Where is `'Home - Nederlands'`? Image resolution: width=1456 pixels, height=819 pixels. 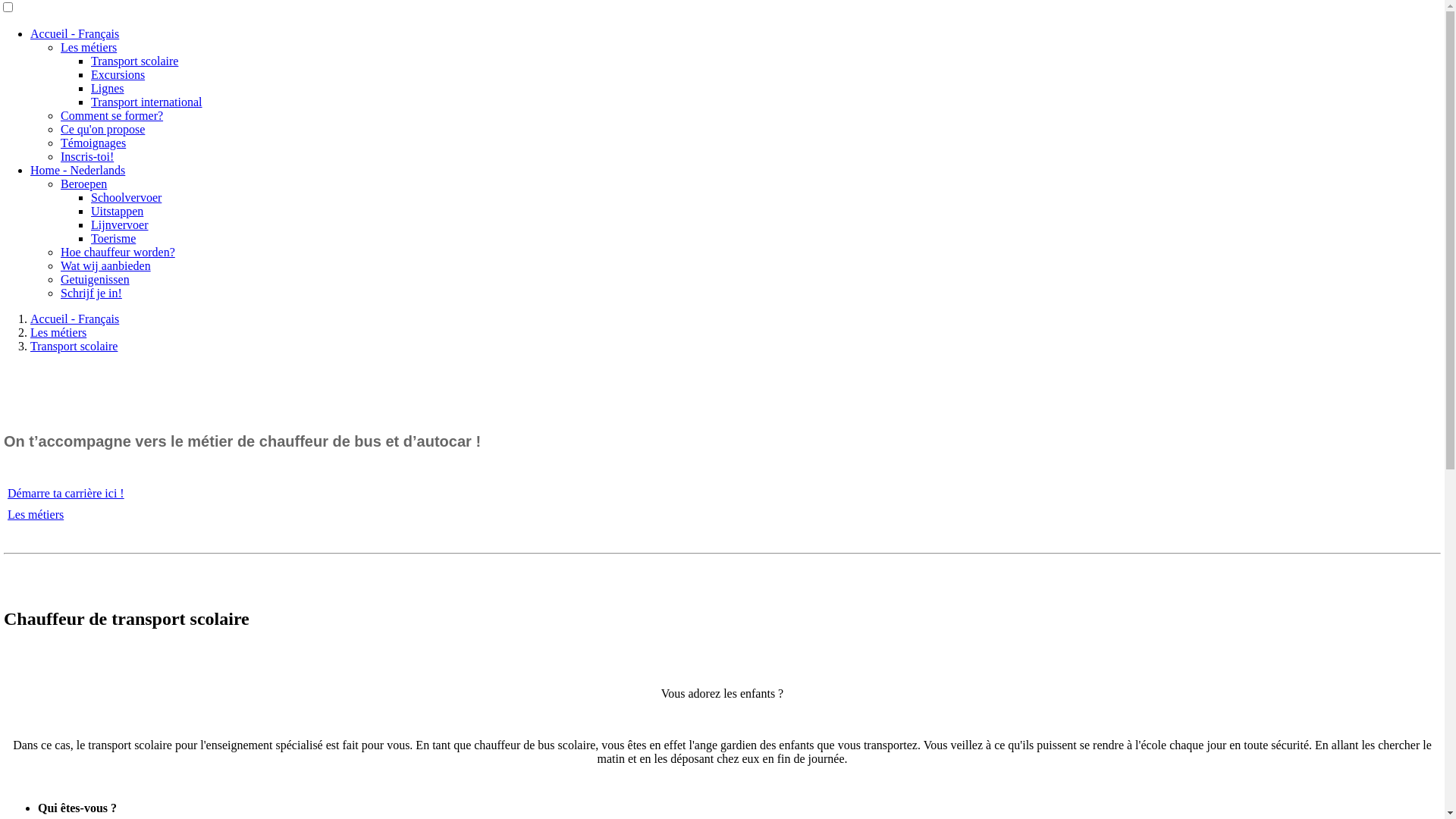
'Home - Nederlands' is located at coordinates (77, 170).